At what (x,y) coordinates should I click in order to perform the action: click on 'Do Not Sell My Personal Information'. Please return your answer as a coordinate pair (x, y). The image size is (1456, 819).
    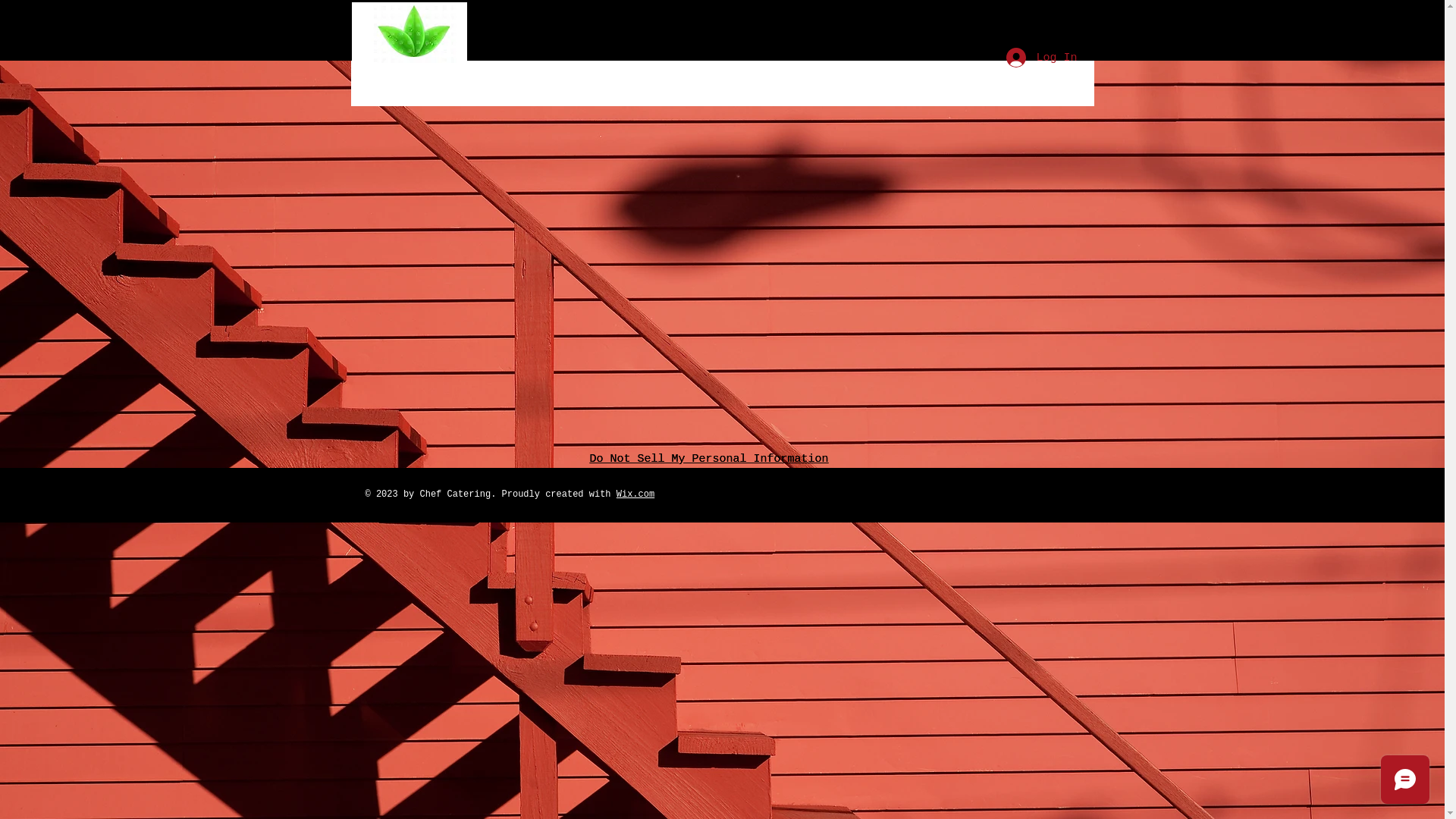
    Looking at the image, I should click on (708, 458).